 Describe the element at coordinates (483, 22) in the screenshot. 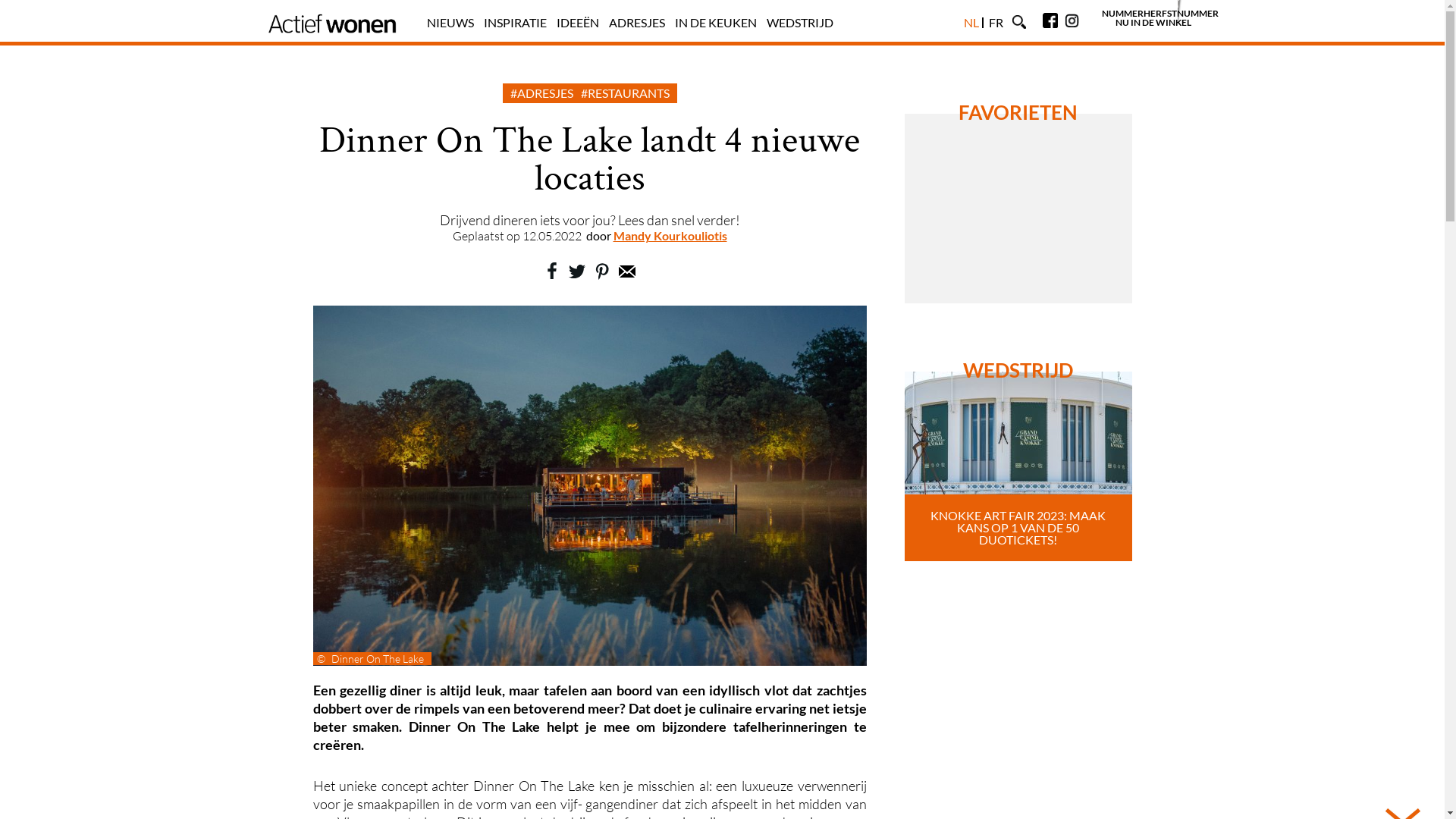

I see `'INSPIRATIE'` at that location.